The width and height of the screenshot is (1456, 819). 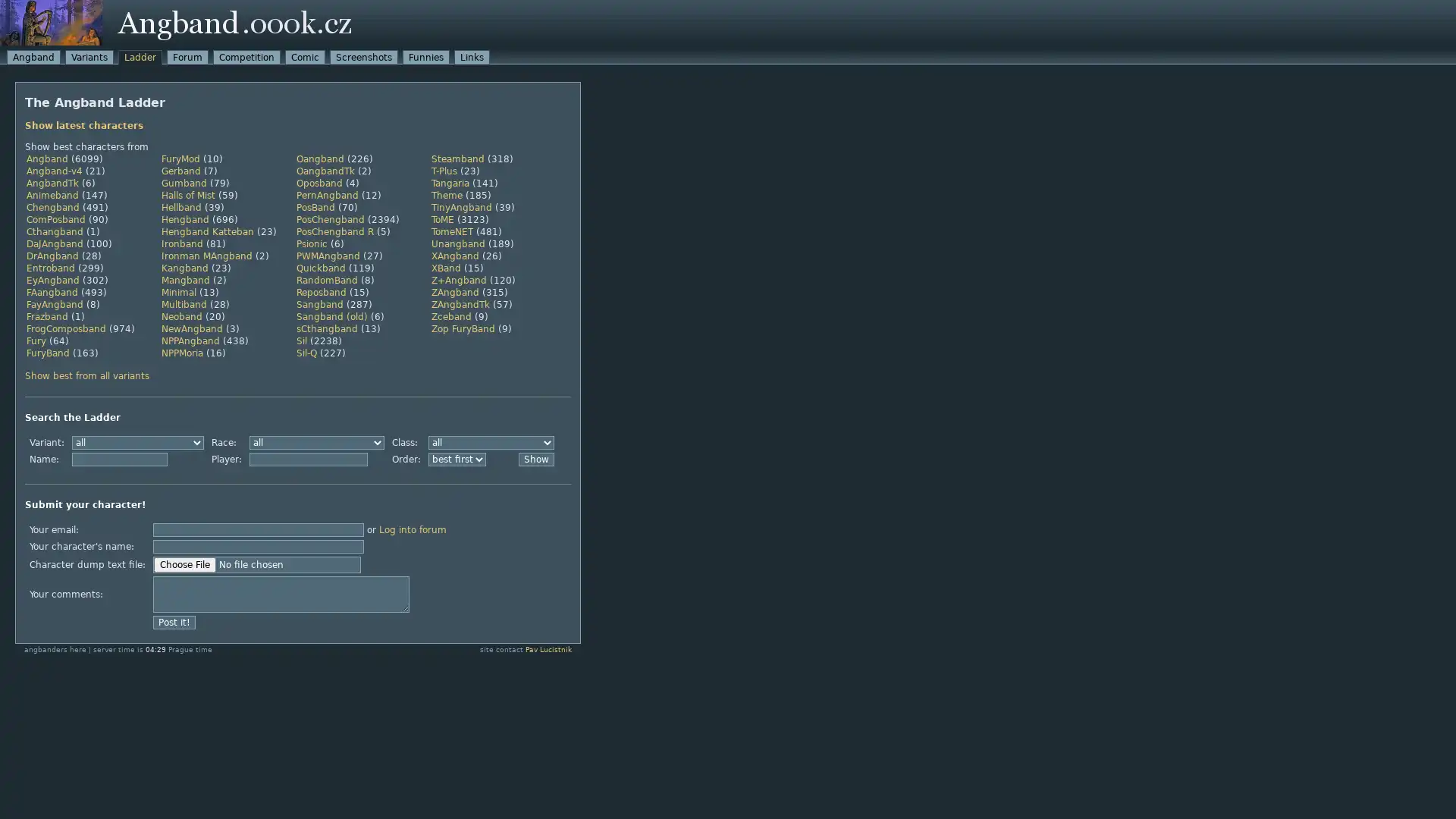 I want to click on Choose File, so click(x=184, y=564).